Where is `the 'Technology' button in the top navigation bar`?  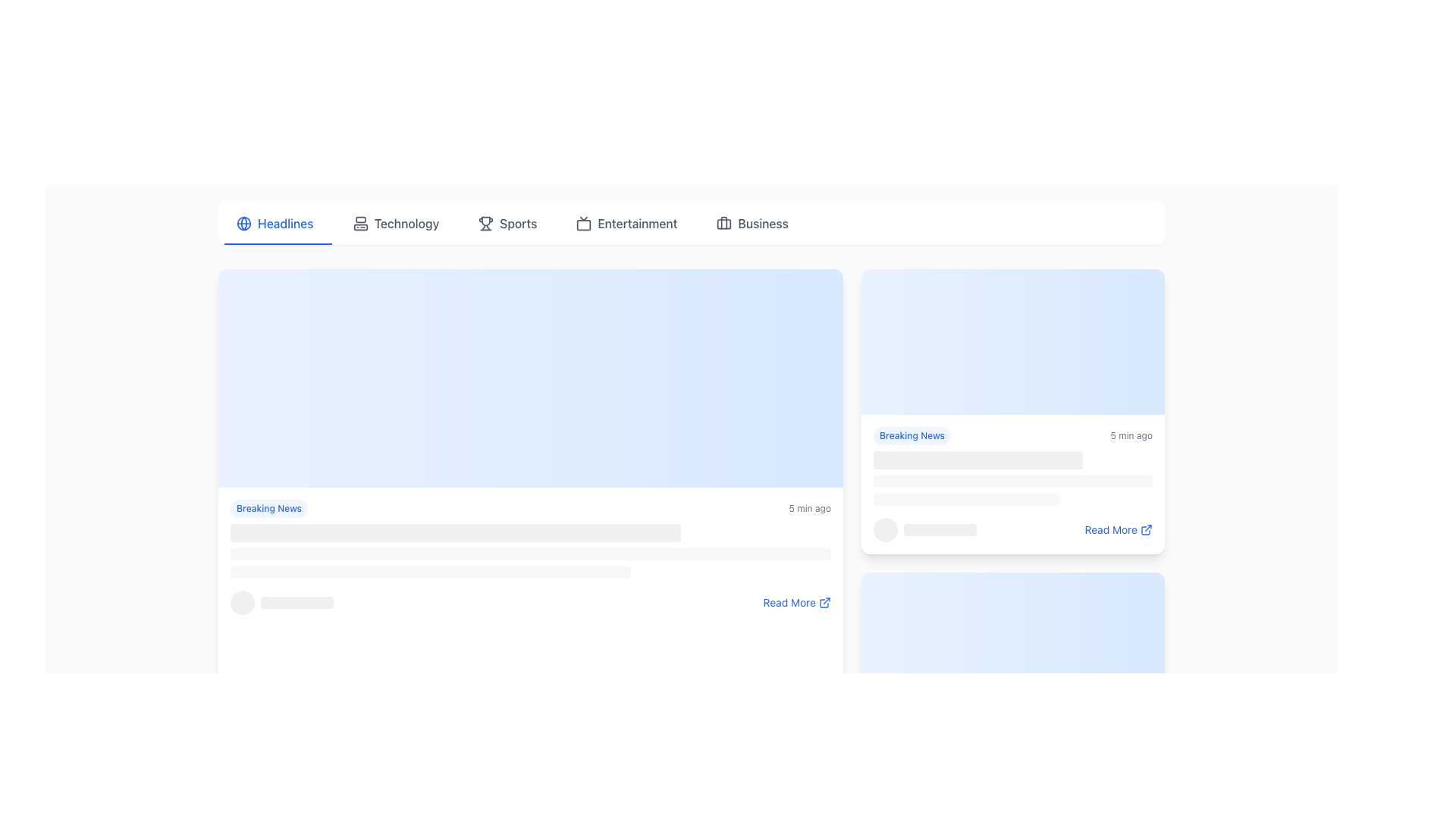 the 'Technology' button in the top navigation bar is located at coordinates (396, 223).